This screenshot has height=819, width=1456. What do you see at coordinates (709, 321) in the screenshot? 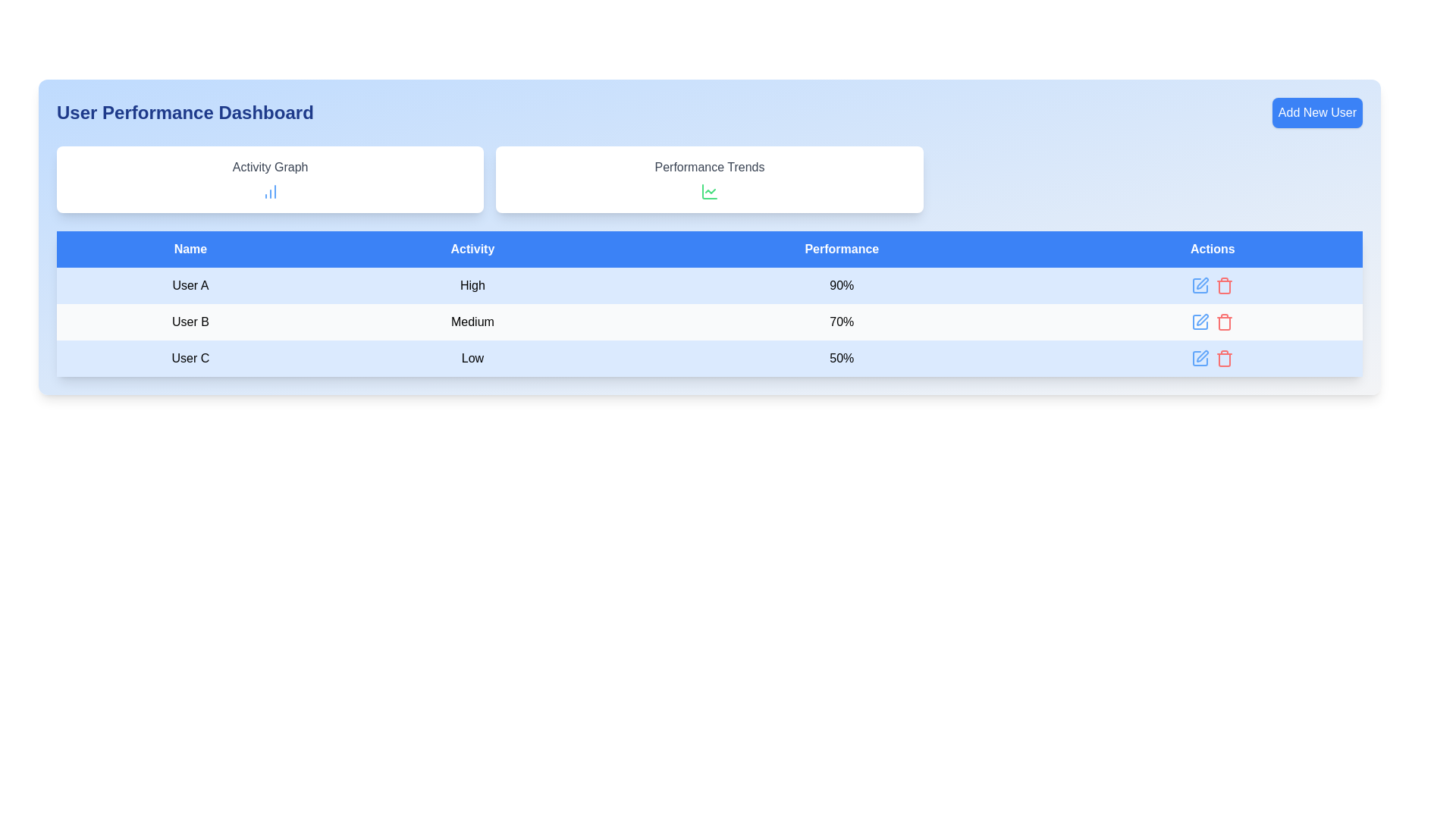
I see `the second row in the user information table for 'User B'` at bounding box center [709, 321].